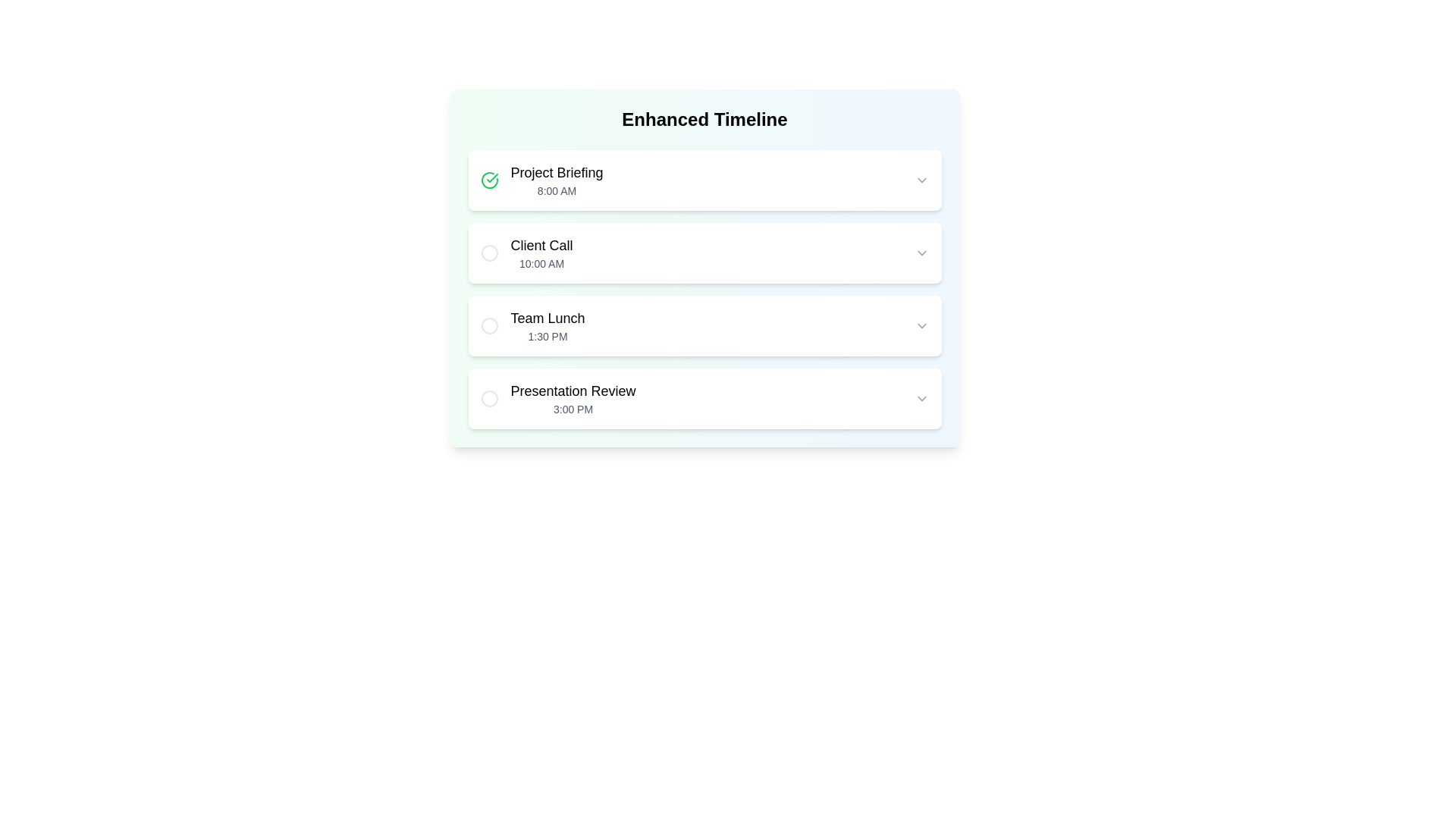  Describe the element at coordinates (489, 253) in the screenshot. I see `the status indicator icon located to the left of the 'Client Call' text in the timeline` at that location.